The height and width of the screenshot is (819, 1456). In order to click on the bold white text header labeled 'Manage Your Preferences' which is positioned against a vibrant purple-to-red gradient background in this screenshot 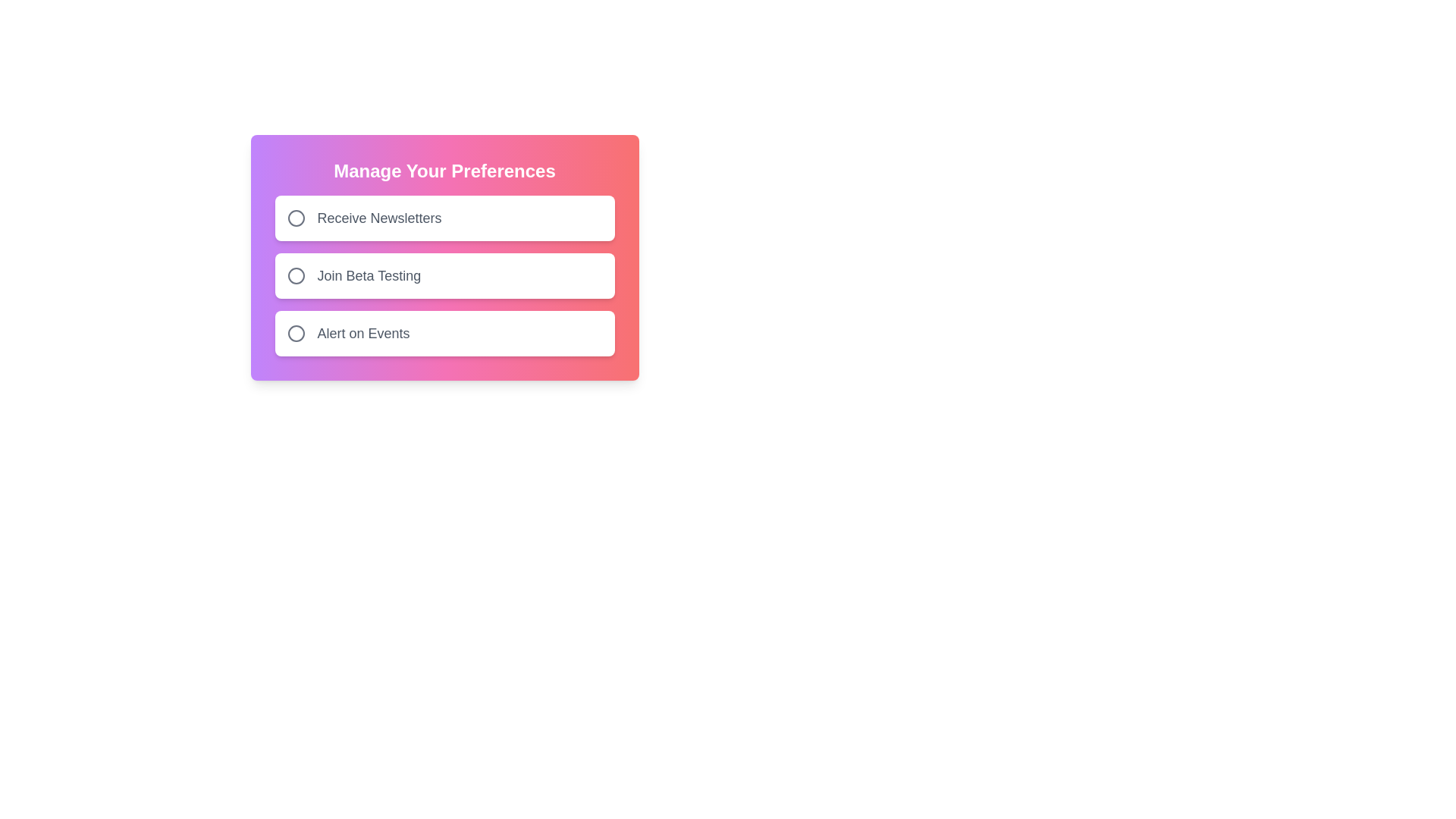, I will do `click(444, 171)`.